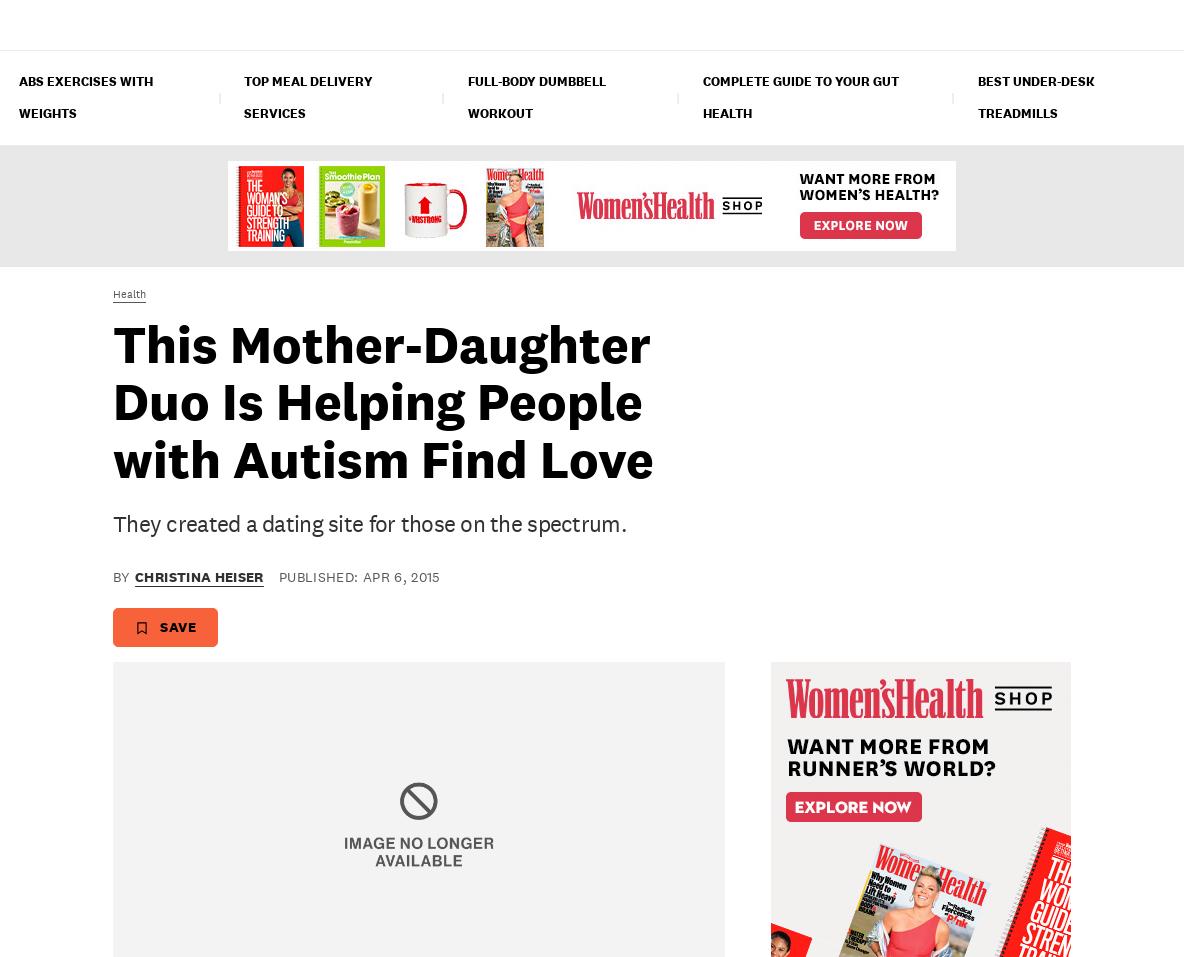  I want to click on 'Candace Cameron Bure Crushes A Workout On IG', so click(189, 61).